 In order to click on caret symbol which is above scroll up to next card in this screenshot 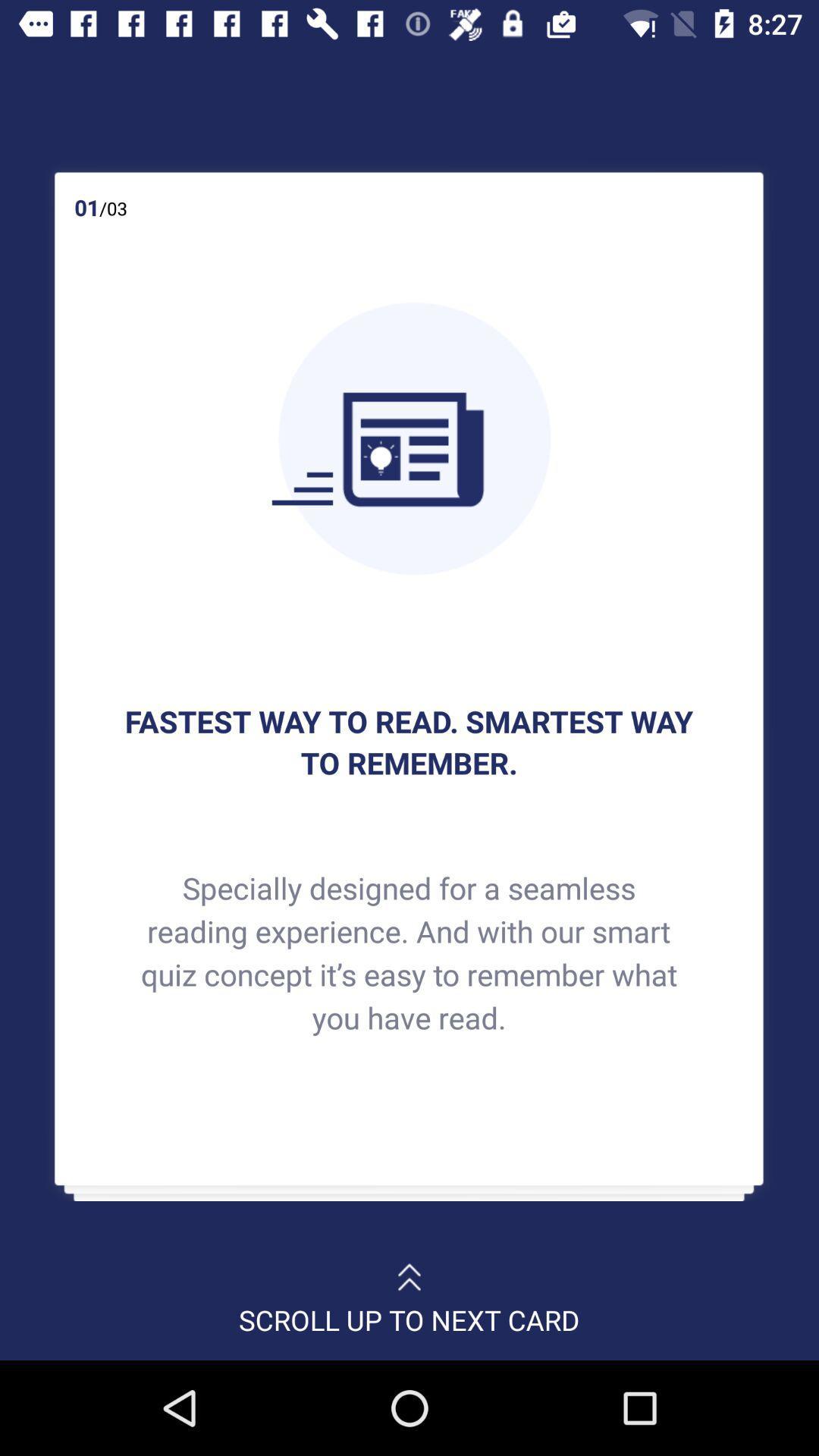, I will do `click(409, 1269)`.